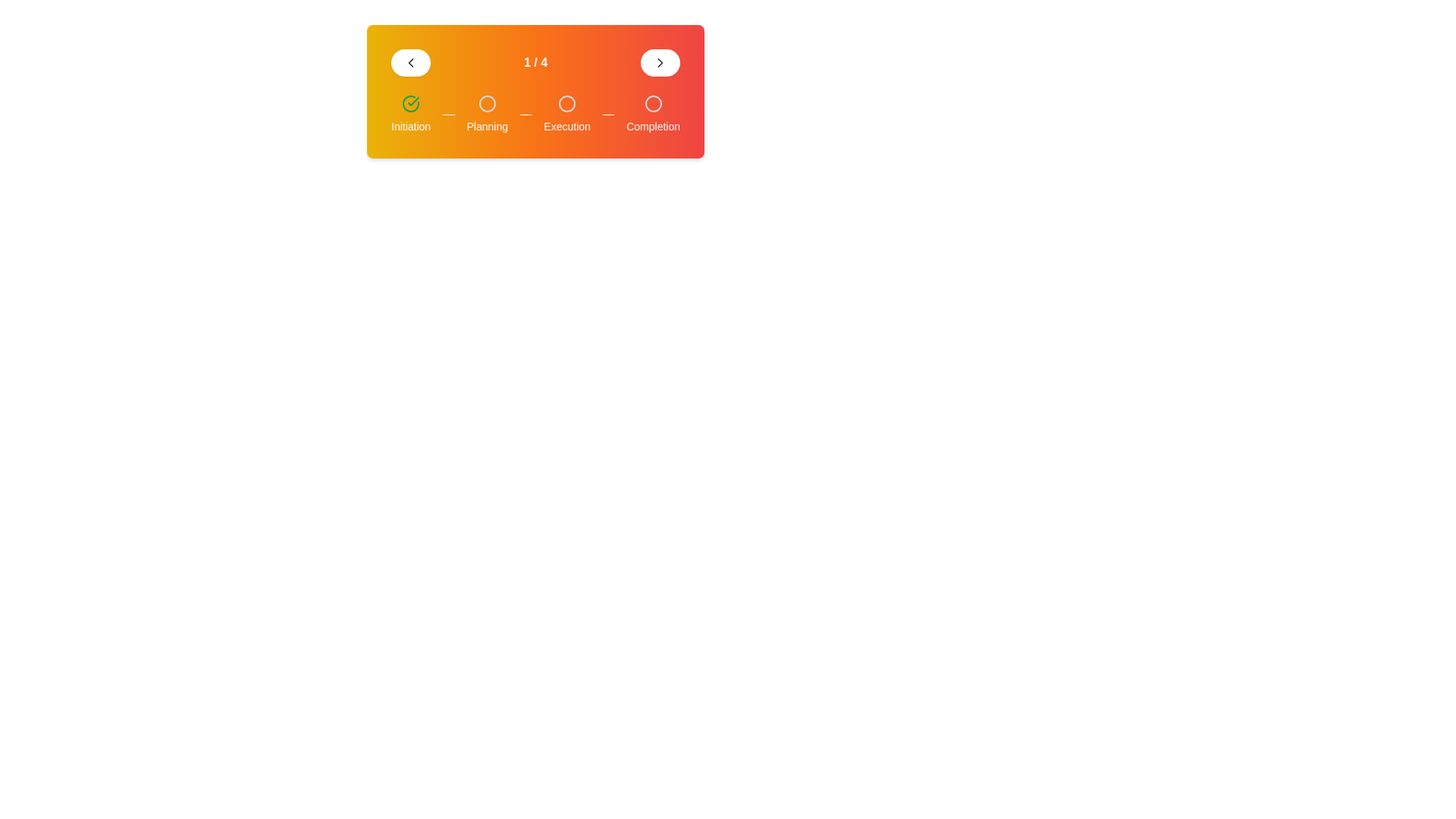  What do you see at coordinates (608, 113) in the screenshot?
I see `the horizontal separator line located between the 'Execution' and 'Completion' icons in the process indicator sequence` at bounding box center [608, 113].